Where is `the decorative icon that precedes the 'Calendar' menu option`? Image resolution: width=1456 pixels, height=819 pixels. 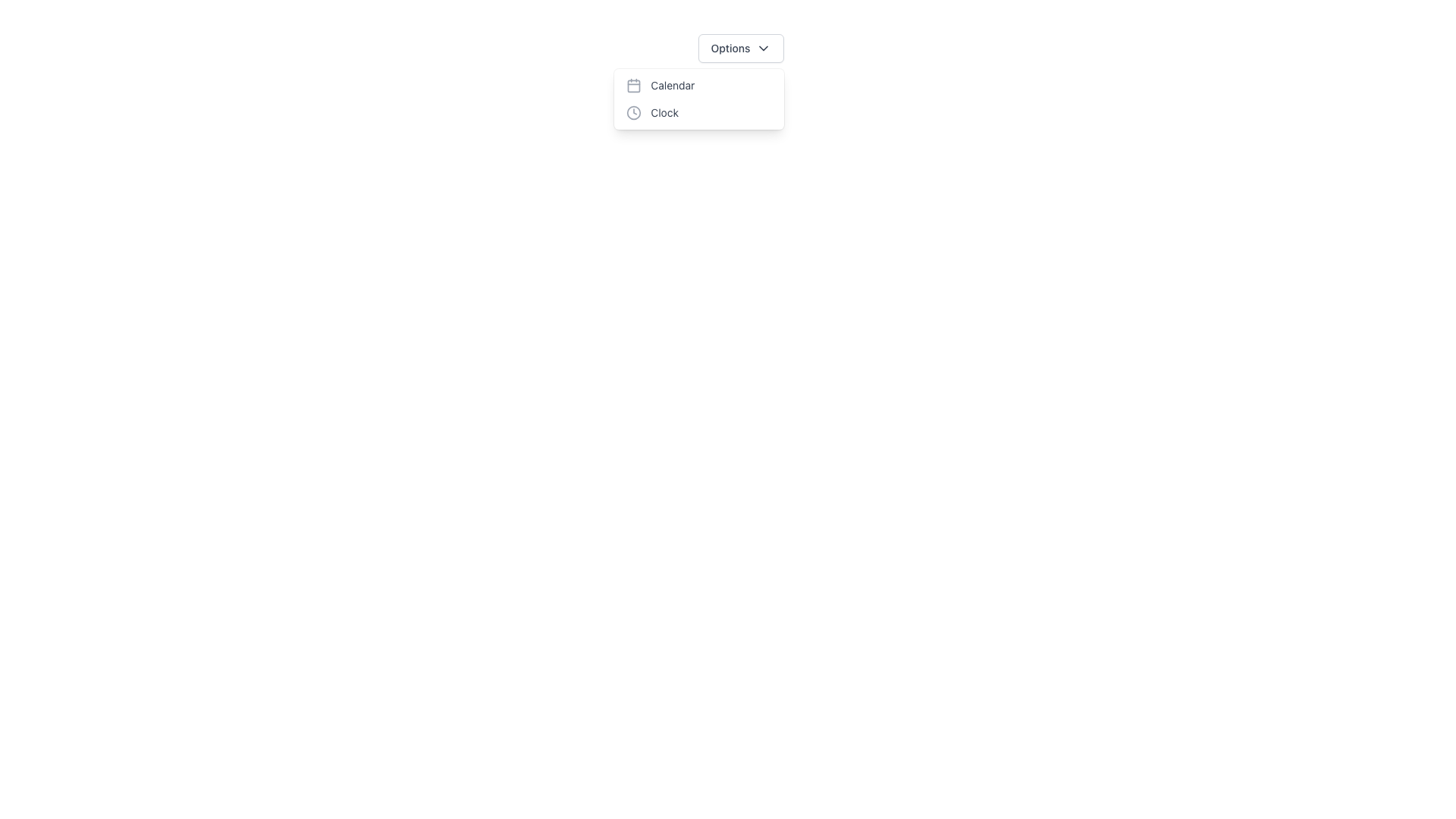 the decorative icon that precedes the 'Calendar' menu option is located at coordinates (634, 85).